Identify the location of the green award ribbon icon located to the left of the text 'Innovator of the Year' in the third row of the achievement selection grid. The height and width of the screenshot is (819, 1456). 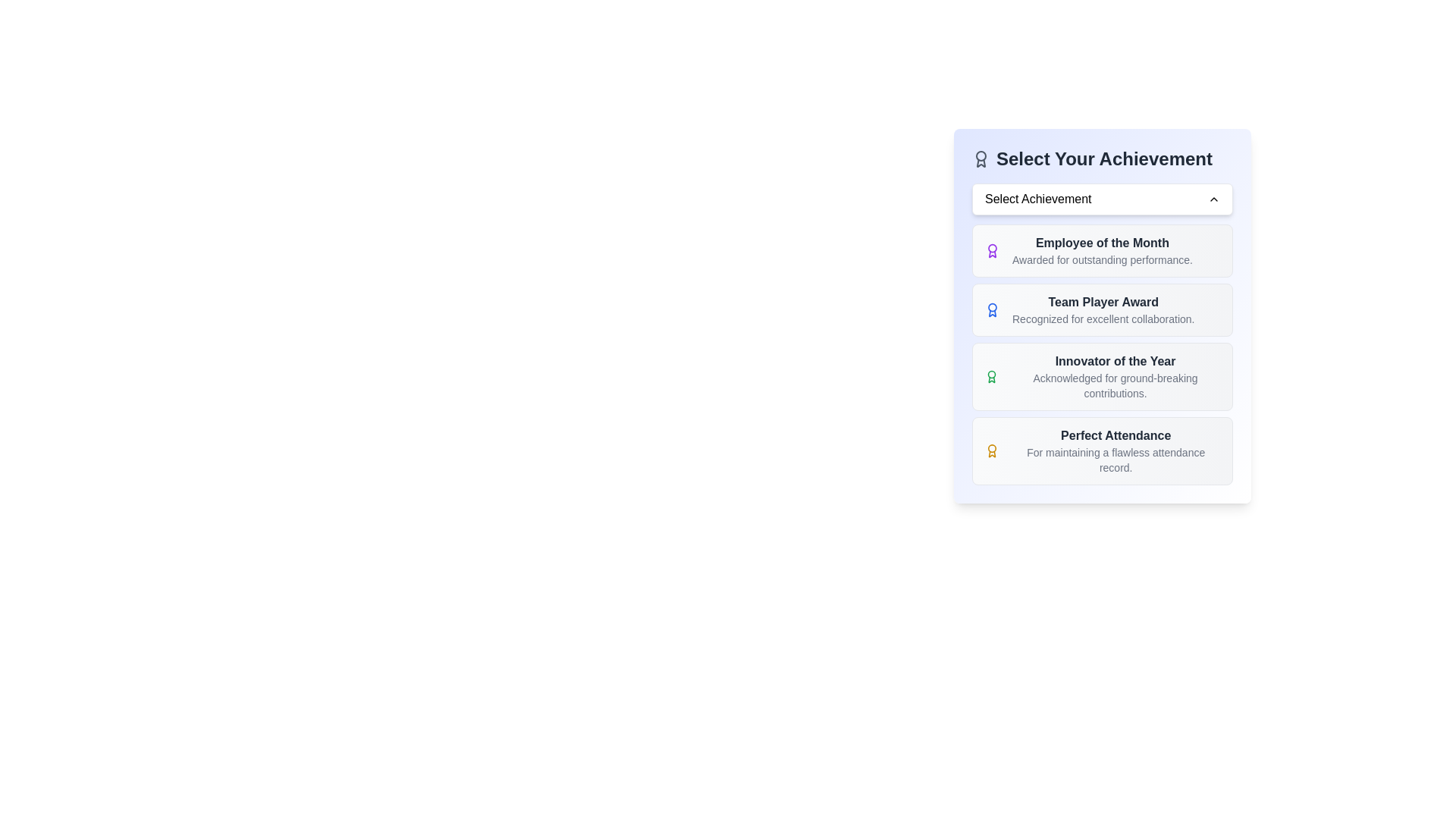
(992, 376).